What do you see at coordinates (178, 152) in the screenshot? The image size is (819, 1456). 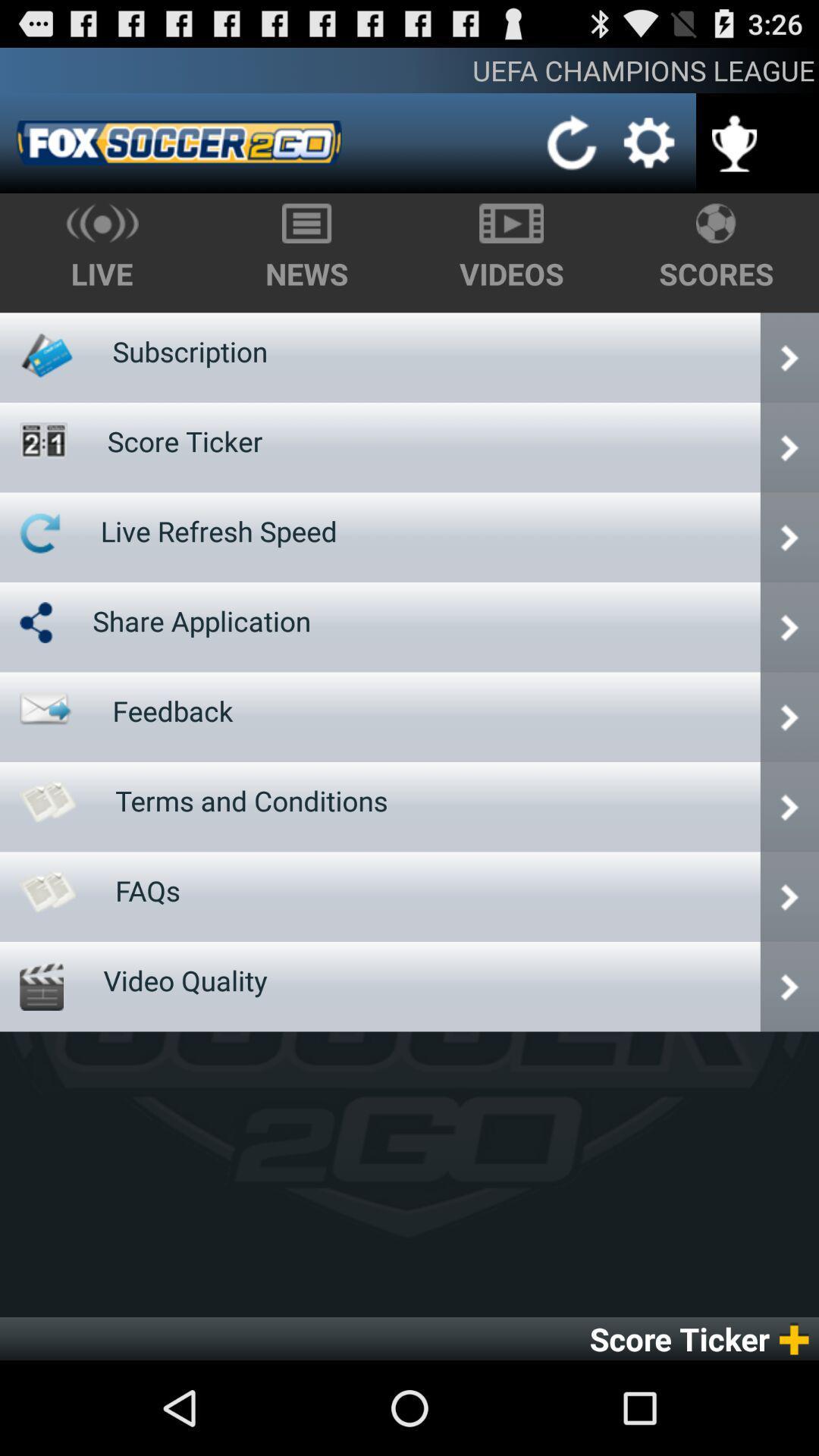 I see `the date_range icon` at bounding box center [178, 152].